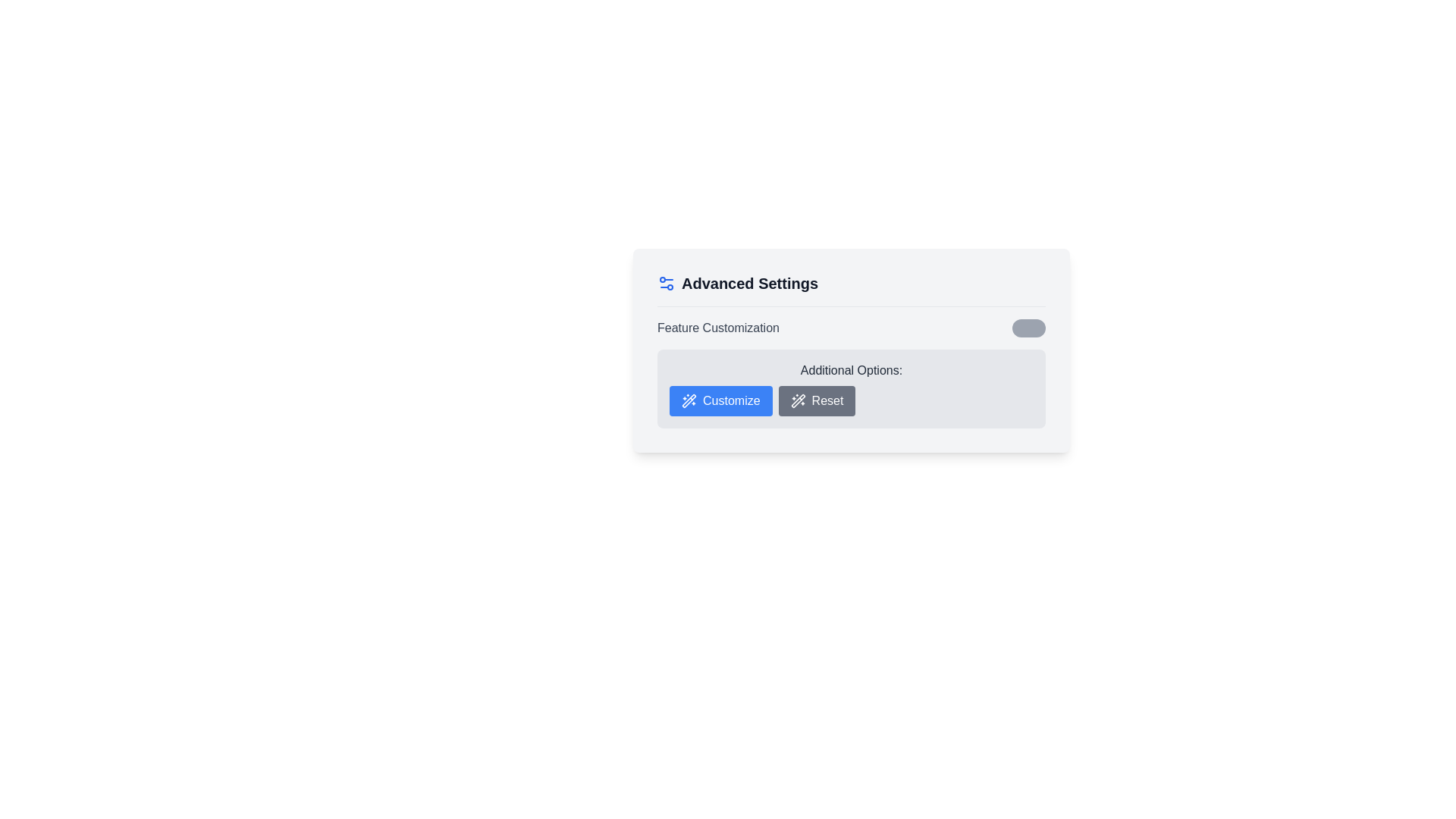  Describe the element at coordinates (1029, 327) in the screenshot. I see `the toggle switch for 'Feature Customization'` at that location.